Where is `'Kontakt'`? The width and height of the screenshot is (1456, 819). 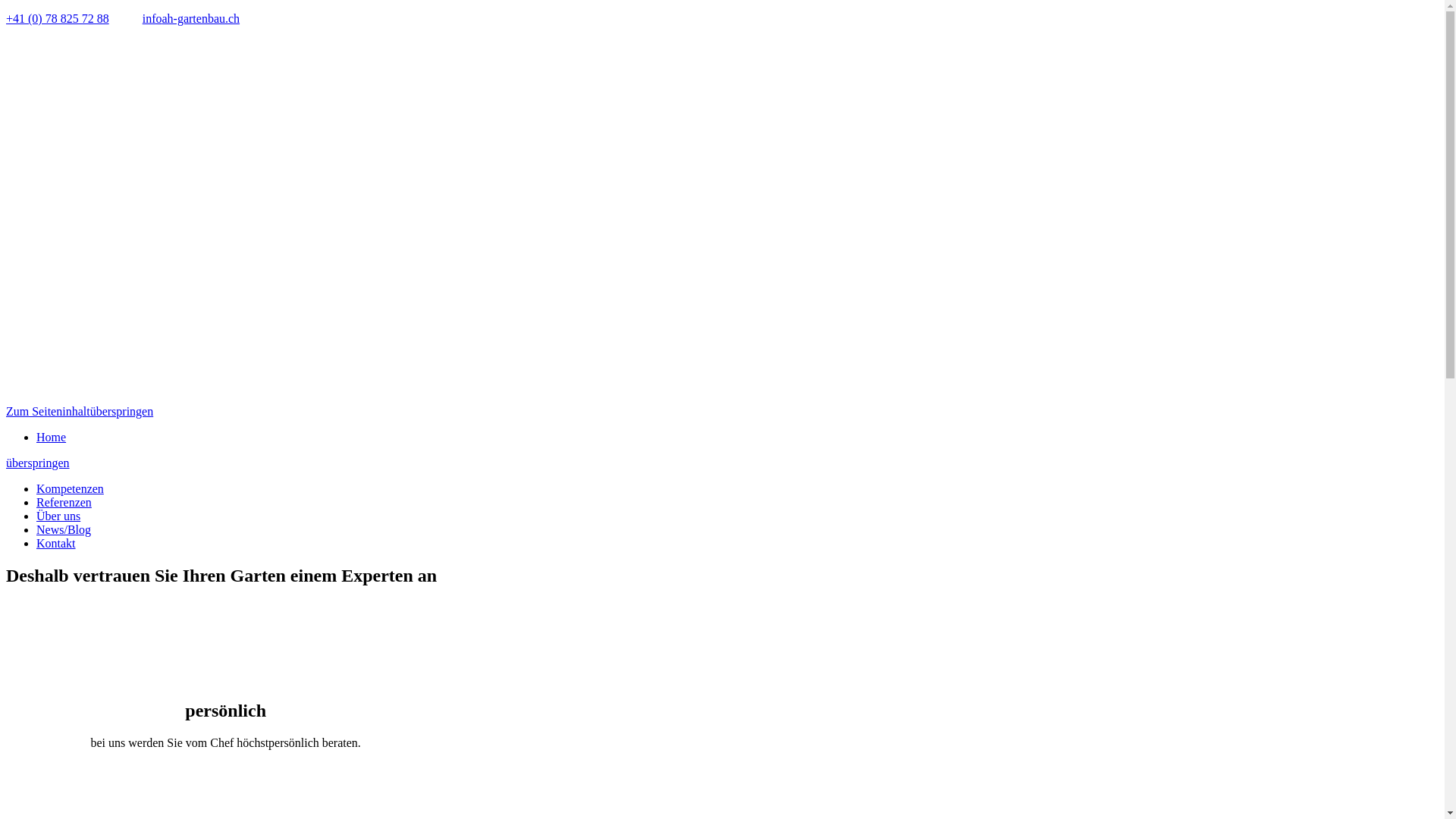 'Kontakt' is located at coordinates (36, 542).